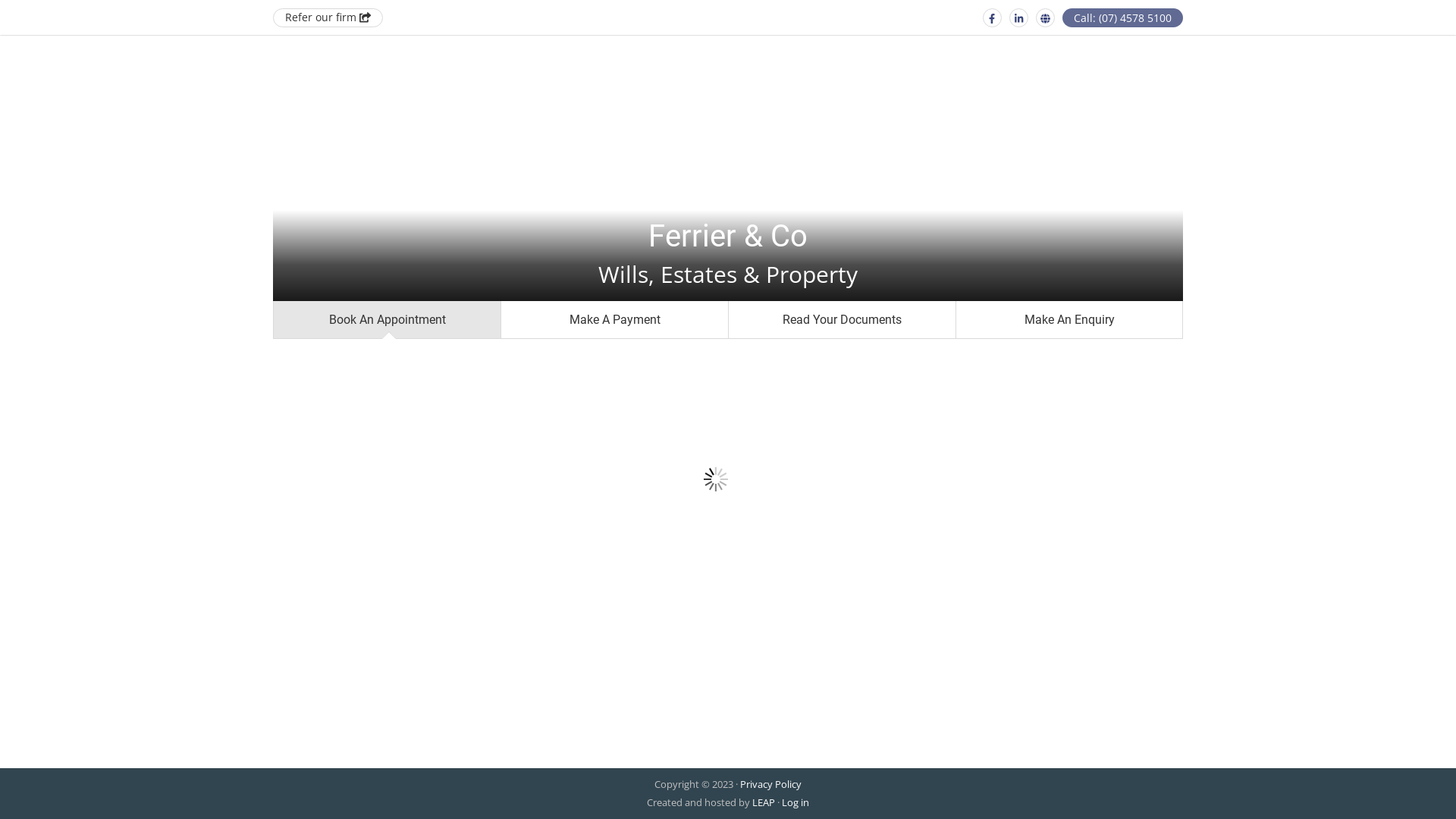 Image resolution: width=1456 pixels, height=819 pixels. What do you see at coordinates (840, 318) in the screenshot?
I see `'Read Your Documents'` at bounding box center [840, 318].